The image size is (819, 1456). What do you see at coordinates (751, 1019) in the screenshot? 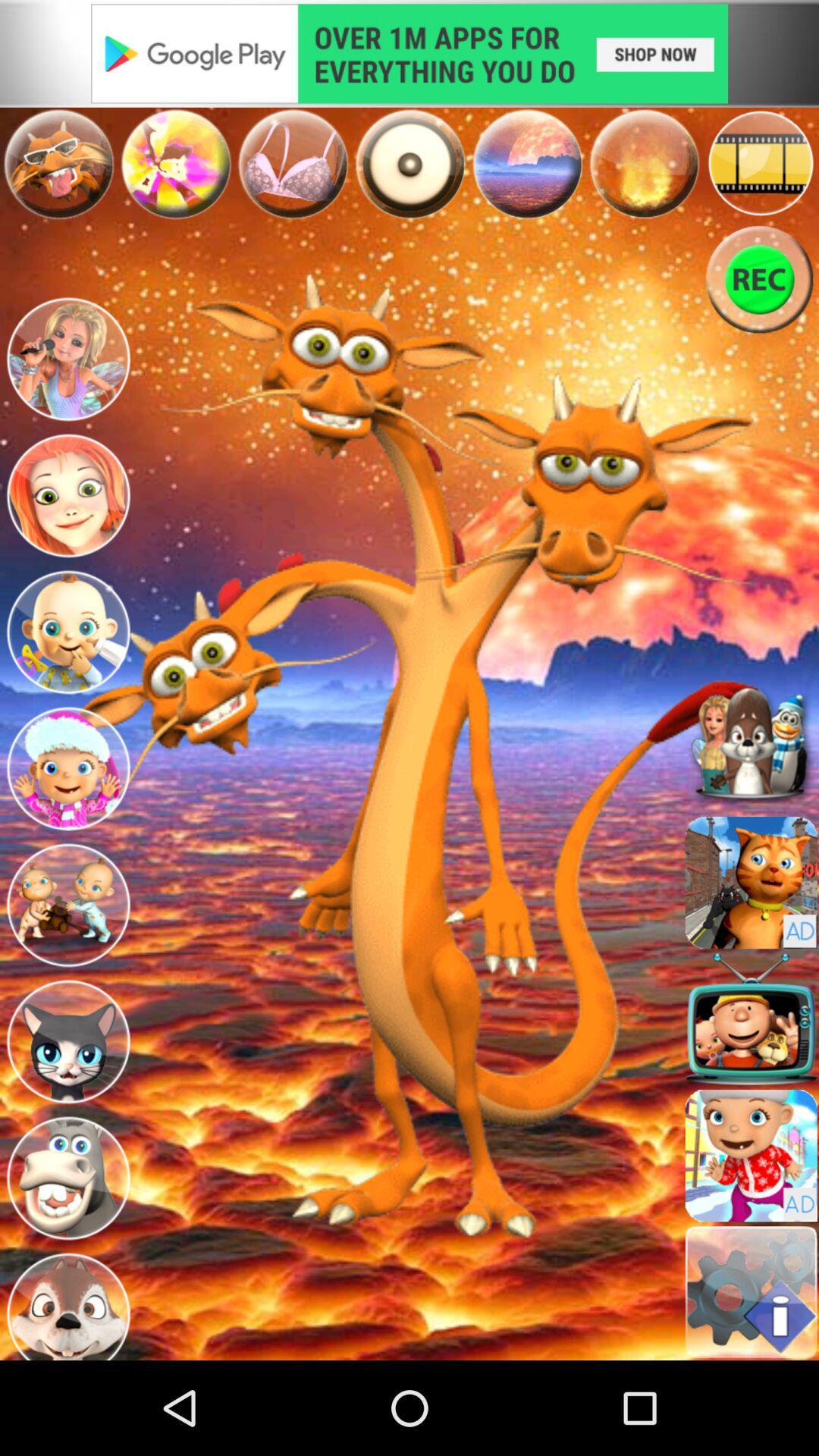
I see `a sound` at bounding box center [751, 1019].